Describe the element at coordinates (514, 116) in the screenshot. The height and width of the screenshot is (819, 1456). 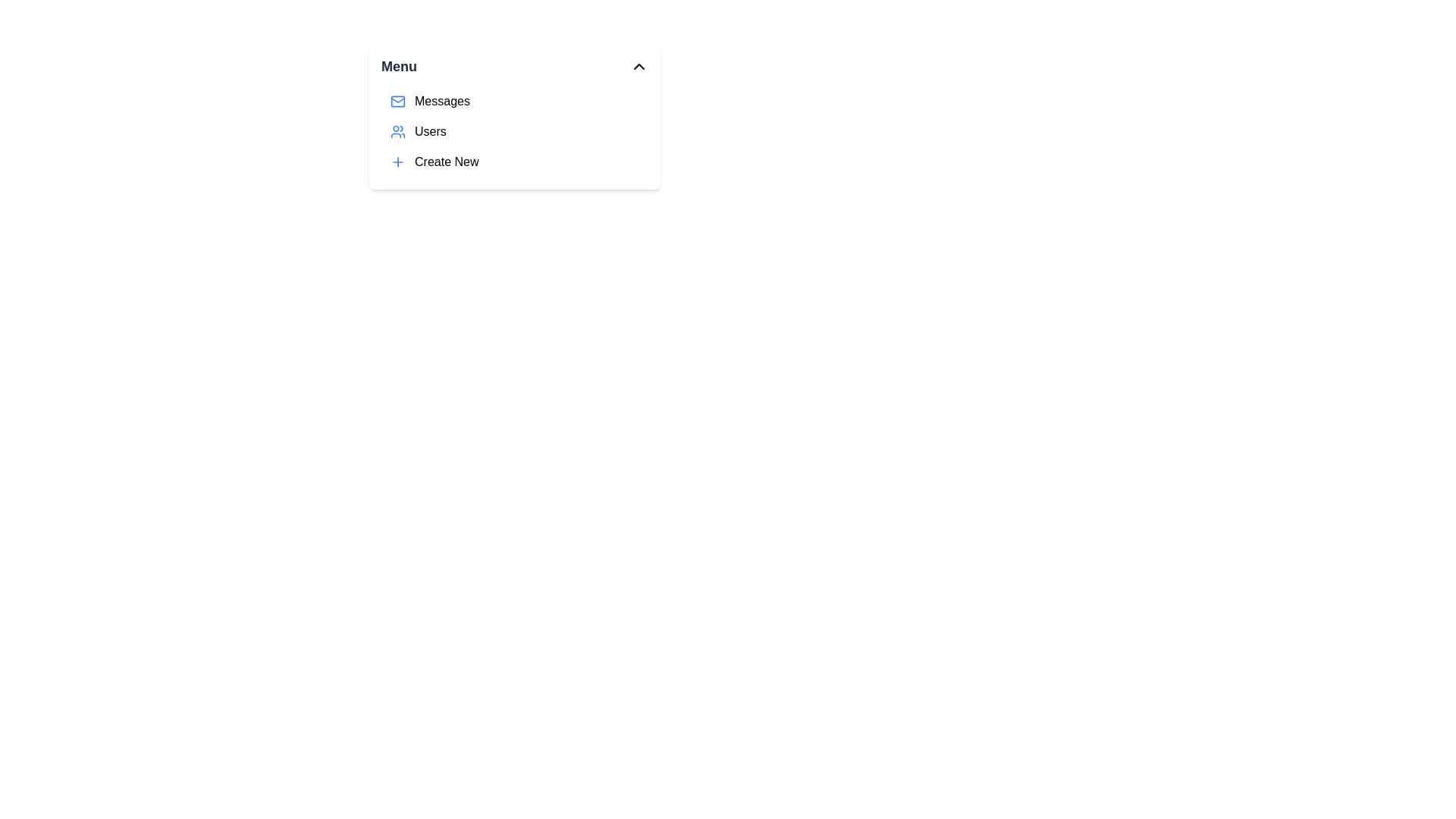
I see `the navigational menu at the top-left corner` at that location.